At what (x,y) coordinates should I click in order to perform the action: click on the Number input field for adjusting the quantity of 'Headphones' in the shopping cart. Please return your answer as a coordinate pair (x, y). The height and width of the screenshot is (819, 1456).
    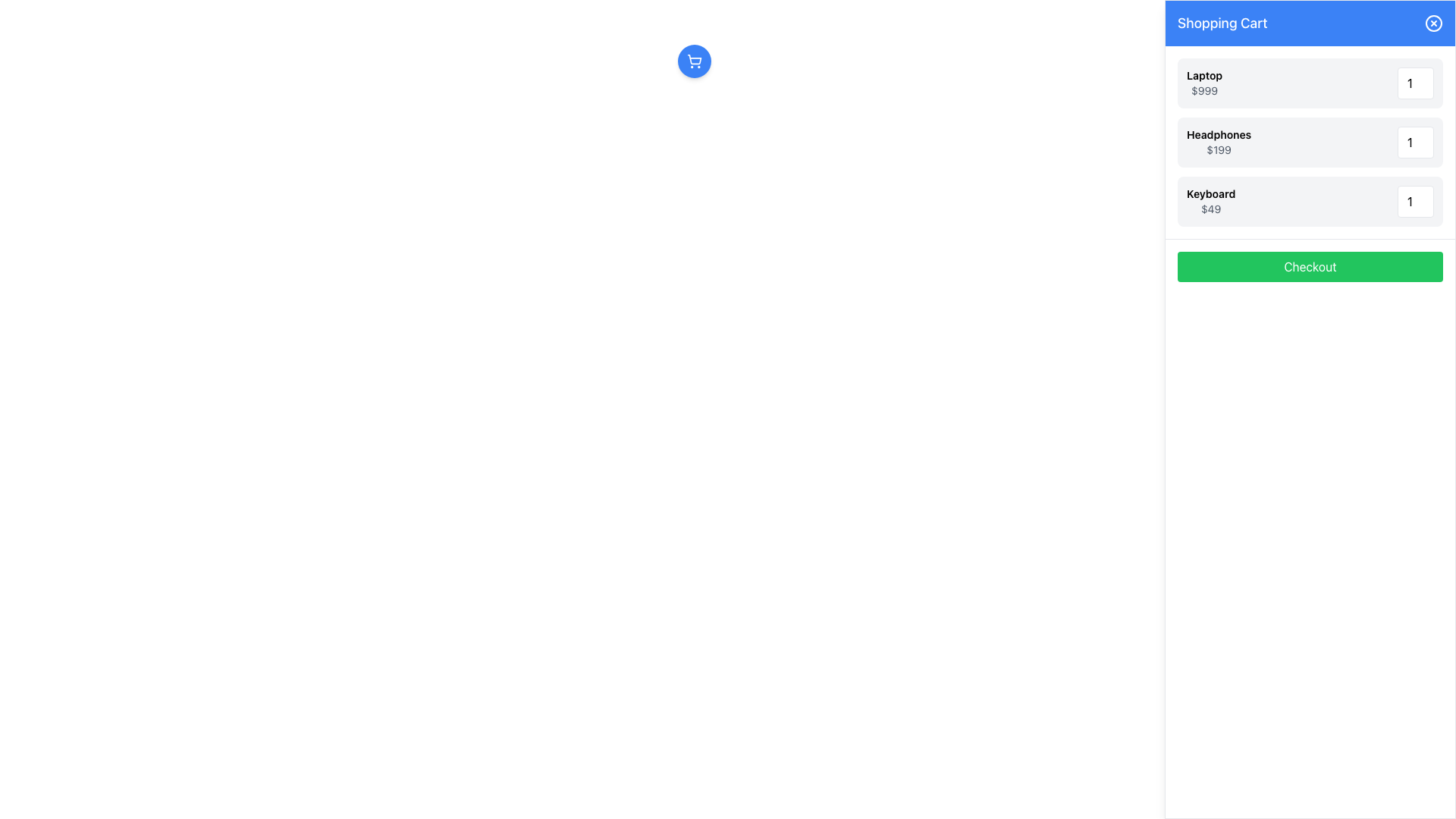
    Looking at the image, I should click on (1415, 143).